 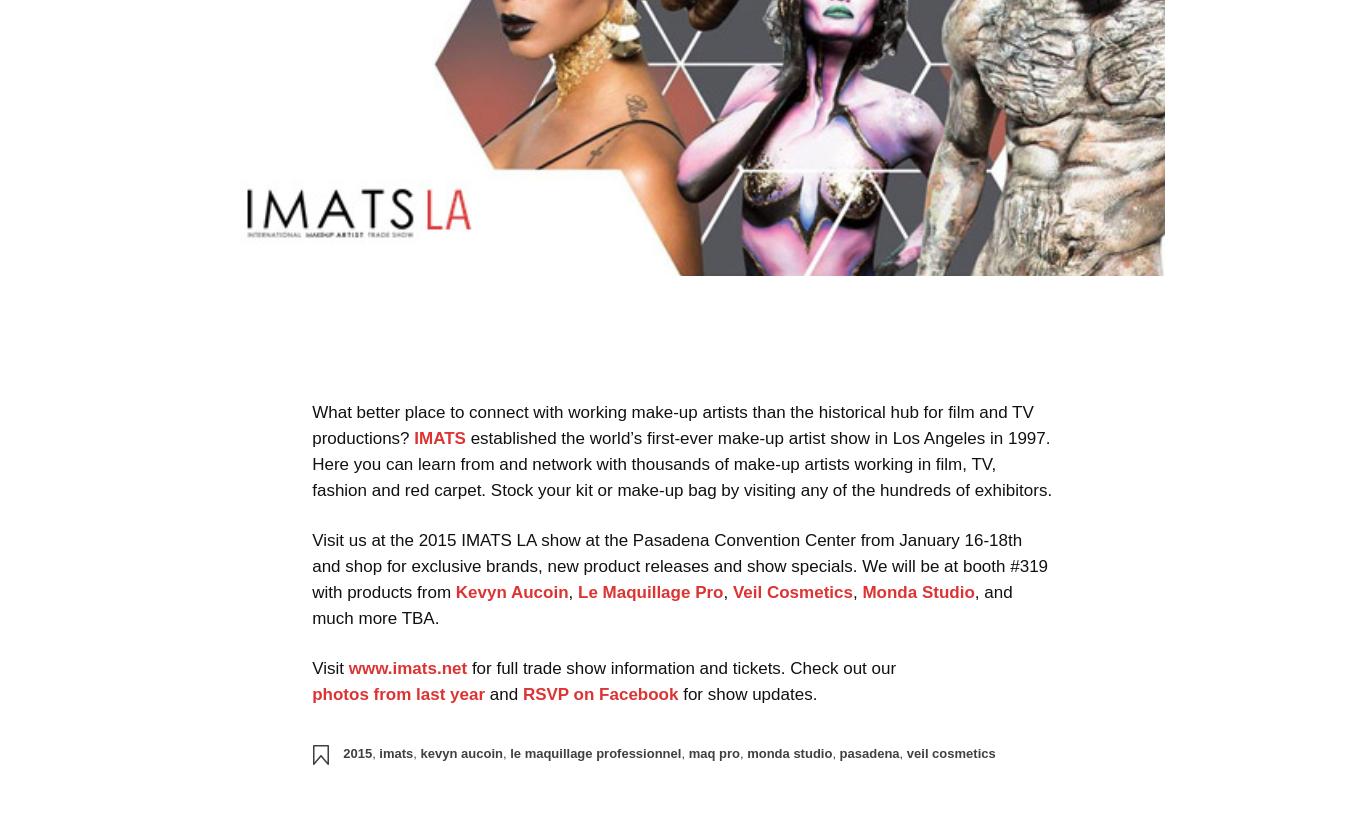 What do you see at coordinates (461, 752) in the screenshot?
I see `'kevyn aucoin'` at bounding box center [461, 752].